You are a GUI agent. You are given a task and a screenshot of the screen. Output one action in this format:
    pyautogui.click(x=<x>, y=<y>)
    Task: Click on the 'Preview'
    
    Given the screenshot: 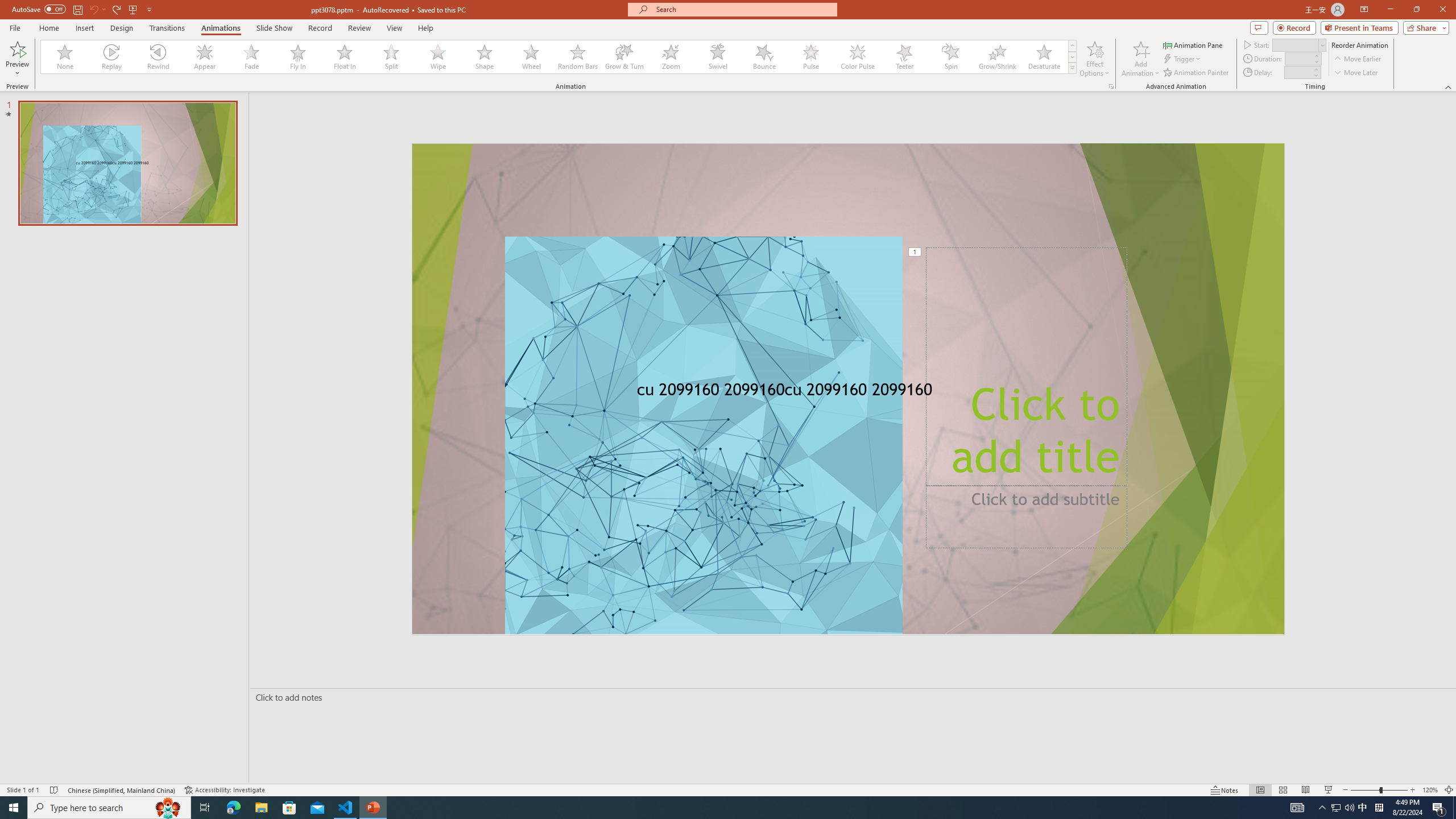 What is the action you would take?
    pyautogui.click(x=16, y=59)
    